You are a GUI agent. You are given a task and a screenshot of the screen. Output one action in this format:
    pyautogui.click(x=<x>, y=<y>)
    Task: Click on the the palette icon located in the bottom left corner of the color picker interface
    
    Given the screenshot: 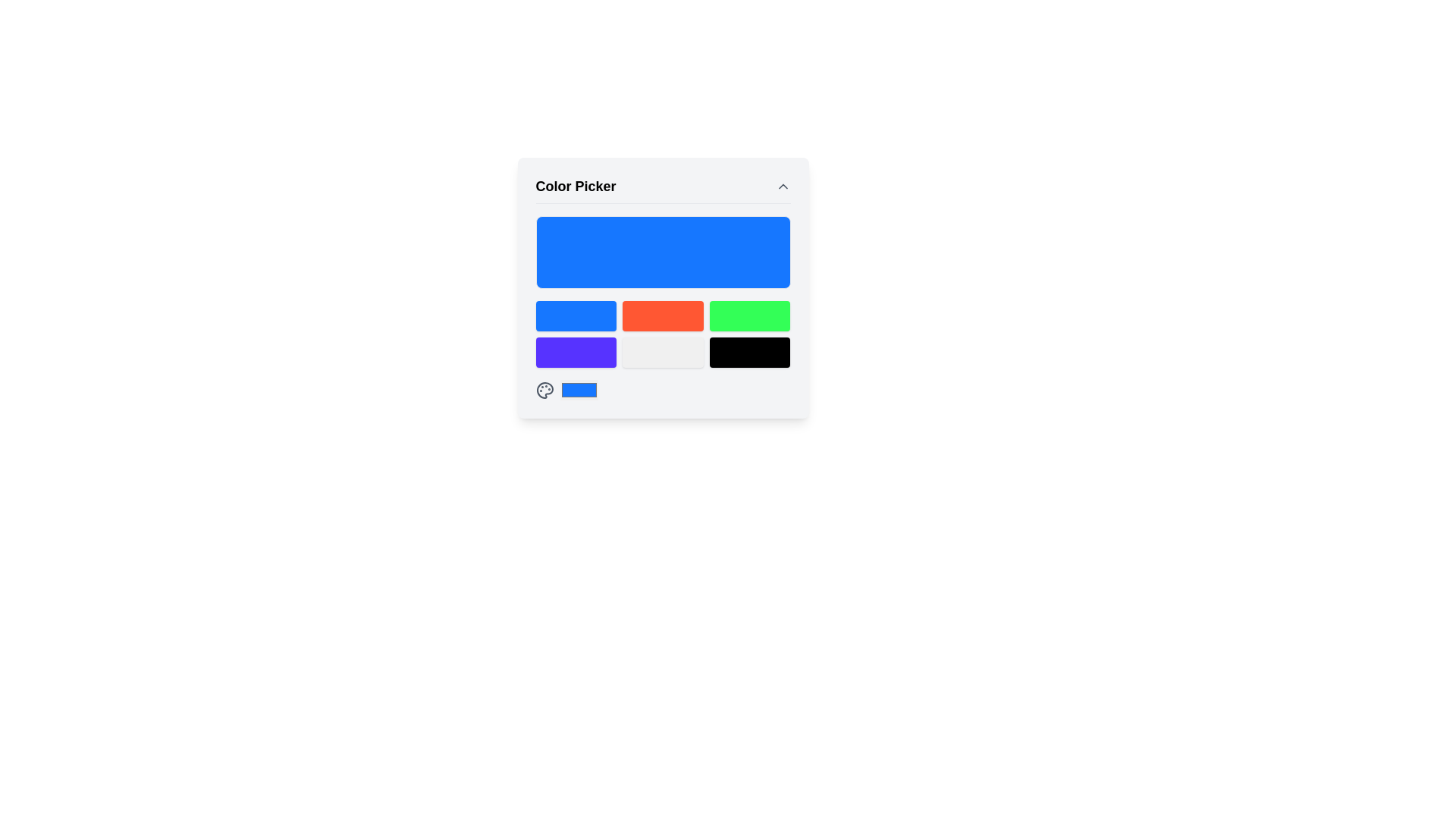 What is the action you would take?
    pyautogui.click(x=544, y=388)
    